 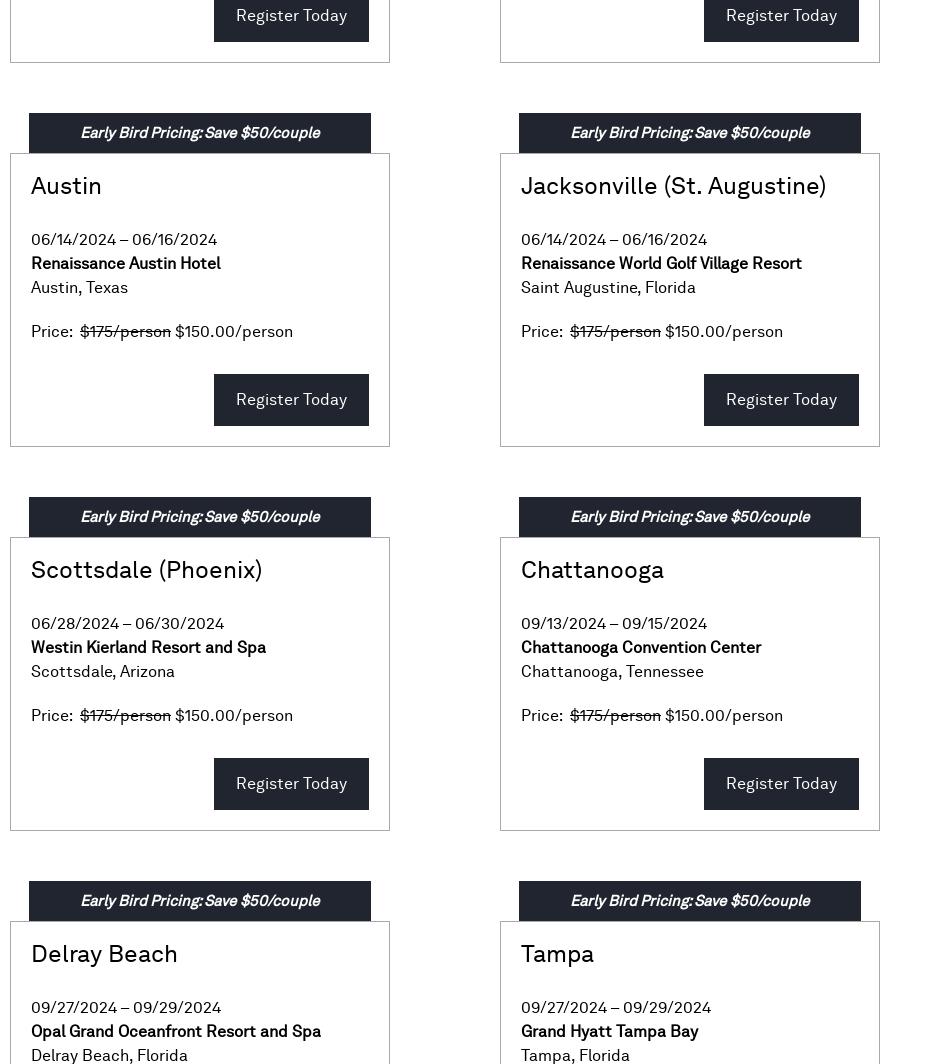 I want to click on 'Chattanooga Convention Center', so click(x=640, y=647).